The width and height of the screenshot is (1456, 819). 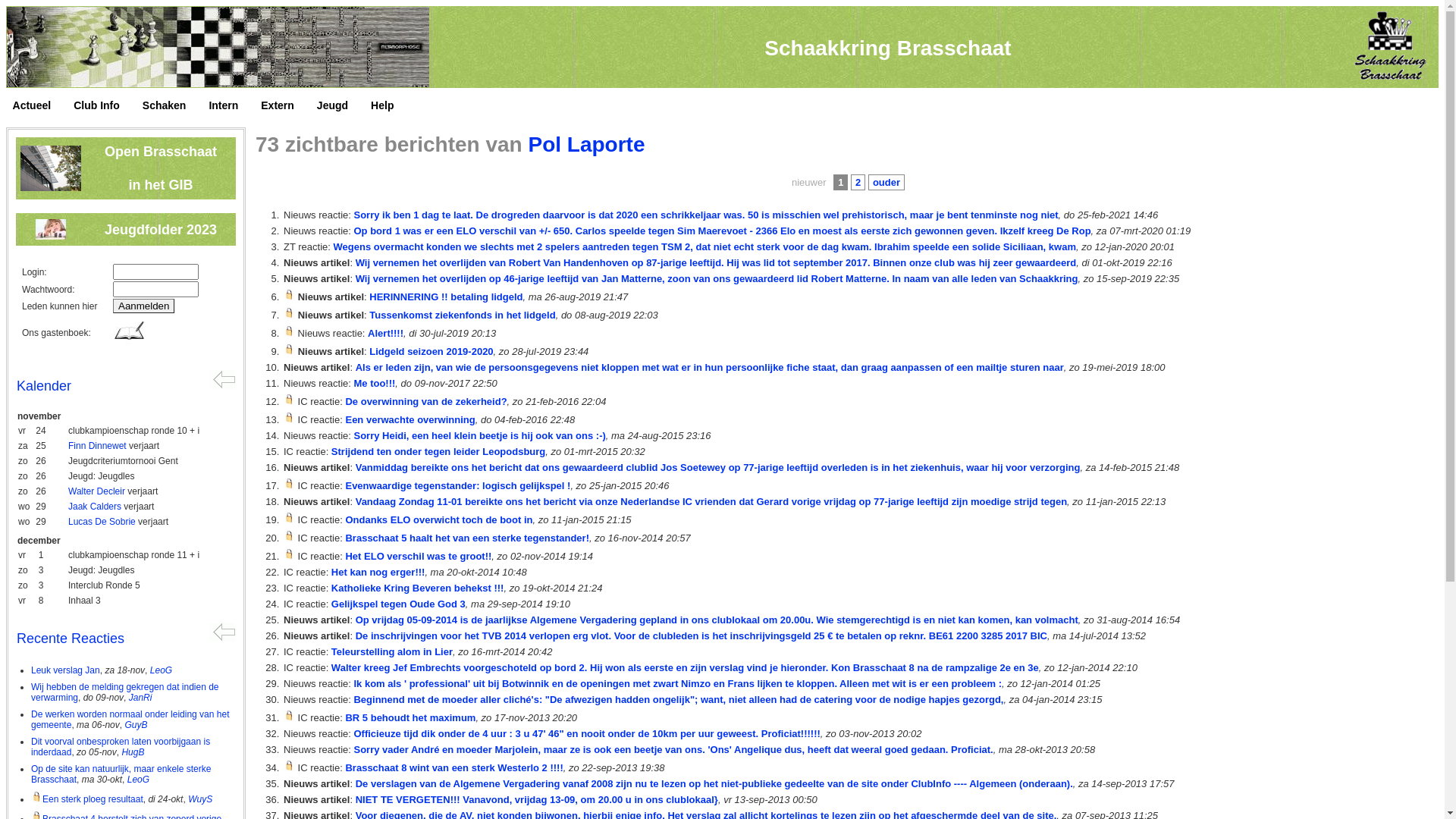 I want to click on 'Enkel zichtbaar voor clubleden', so click(x=289, y=294).